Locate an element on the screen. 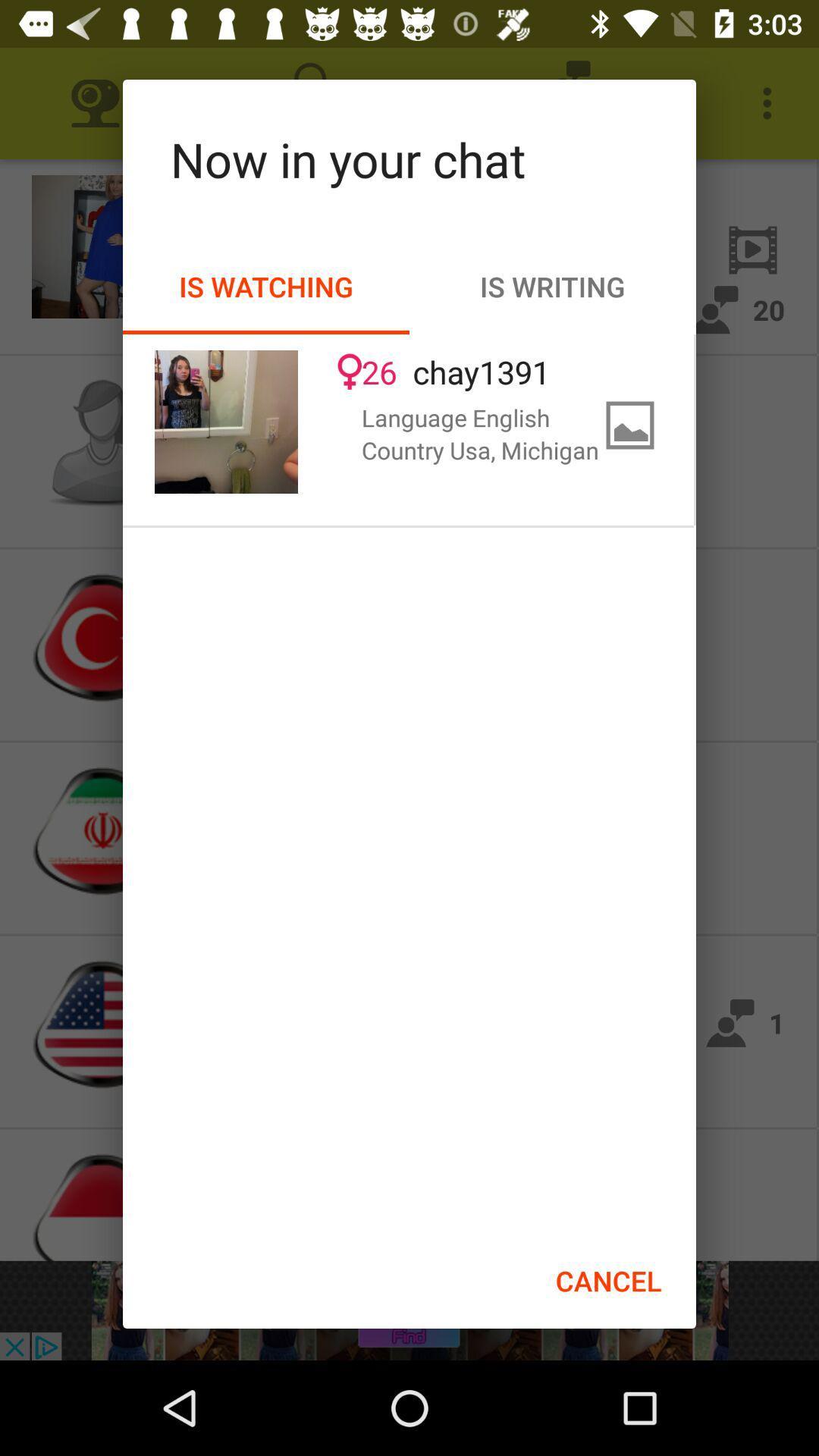 The height and width of the screenshot is (1456, 819). the item to the left of 26 item is located at coordinates (226, 422).